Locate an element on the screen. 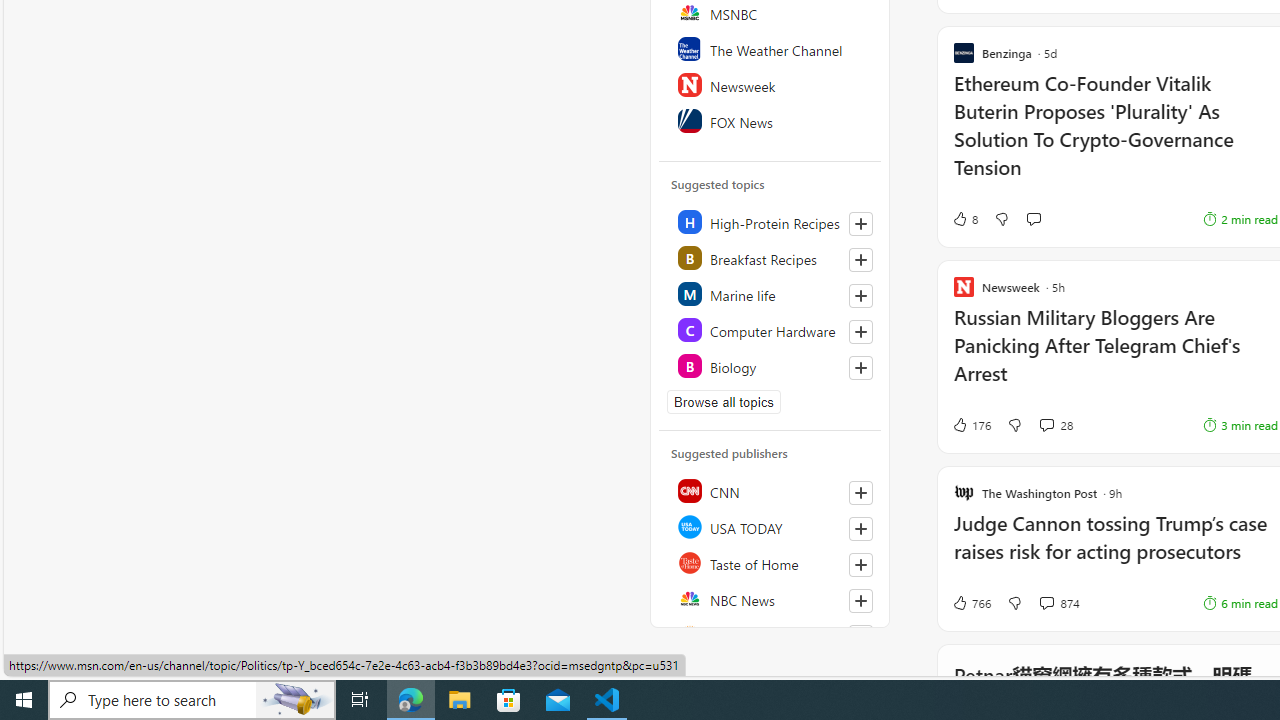 The image size is (1280, 720). '8 Like' is located at coordinates (964, 219).